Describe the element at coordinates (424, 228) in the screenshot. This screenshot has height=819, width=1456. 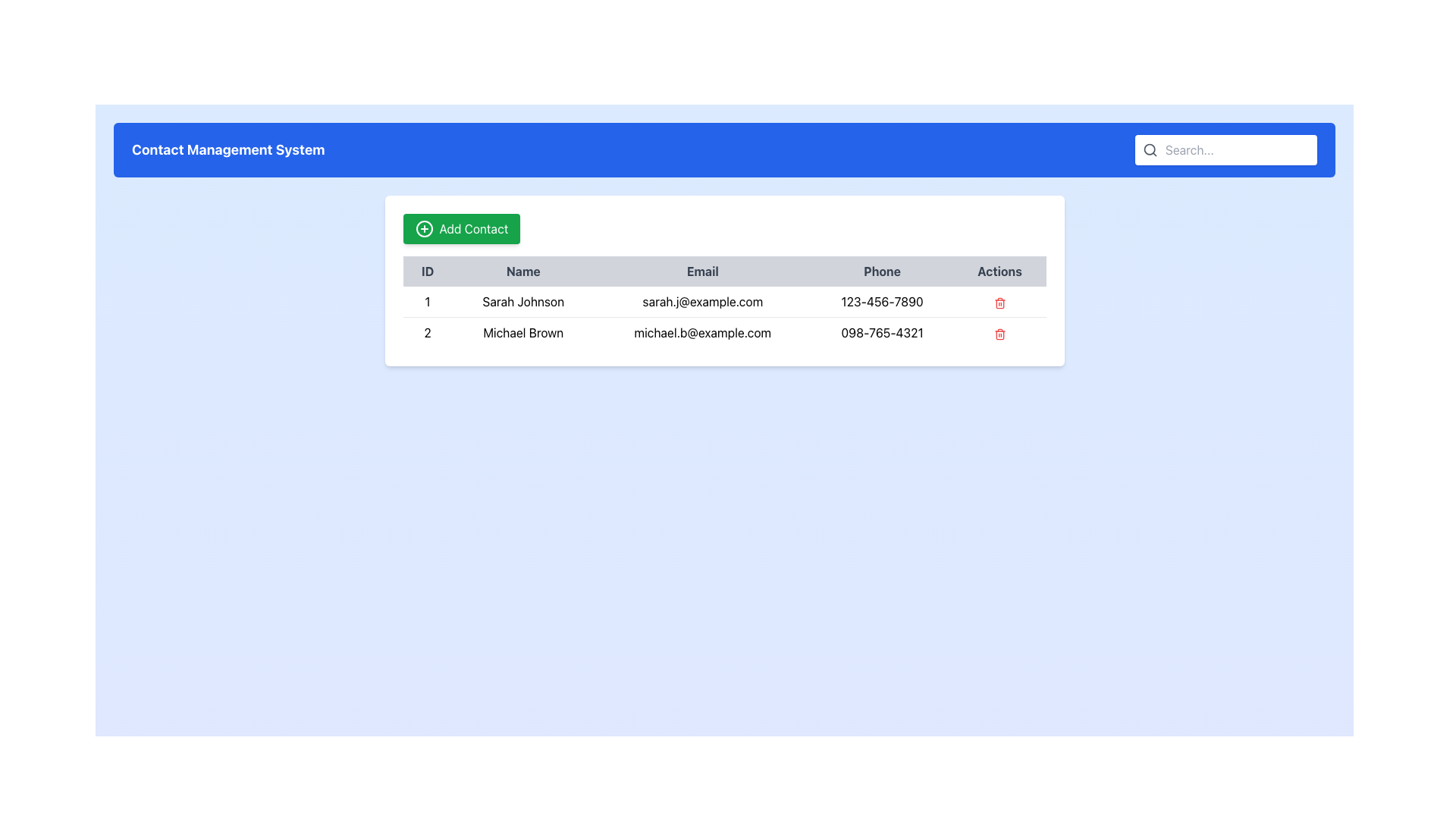
I see `the 'Add Contact' icon located on the left side of the button in the top-left corner of the table box` at that location.